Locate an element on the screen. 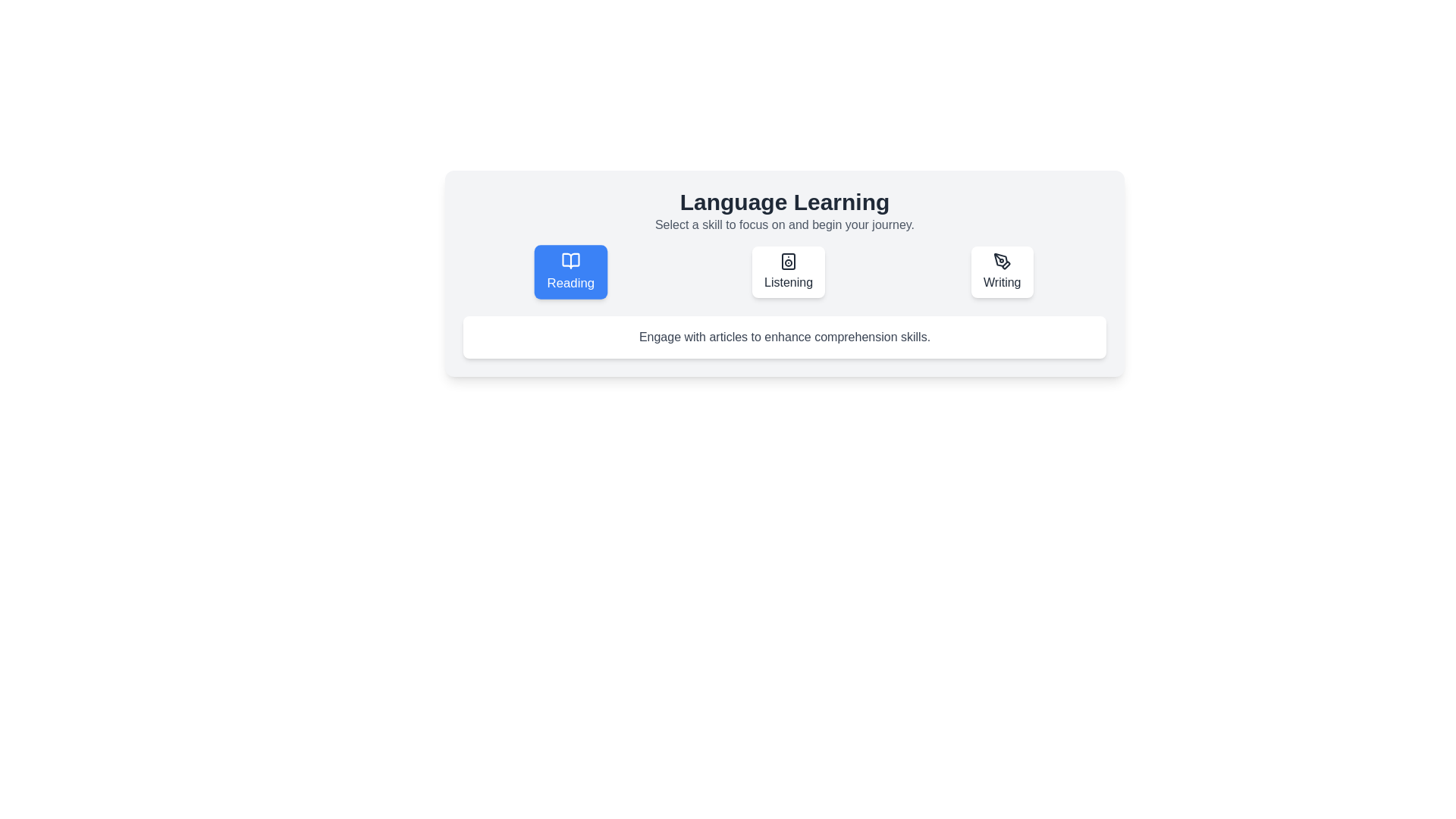 The height and width of the screenshot is (819, 1456). the 'Listening' selection button located between 'Reading' and 'Writing' is located at coordinates (785, 271).